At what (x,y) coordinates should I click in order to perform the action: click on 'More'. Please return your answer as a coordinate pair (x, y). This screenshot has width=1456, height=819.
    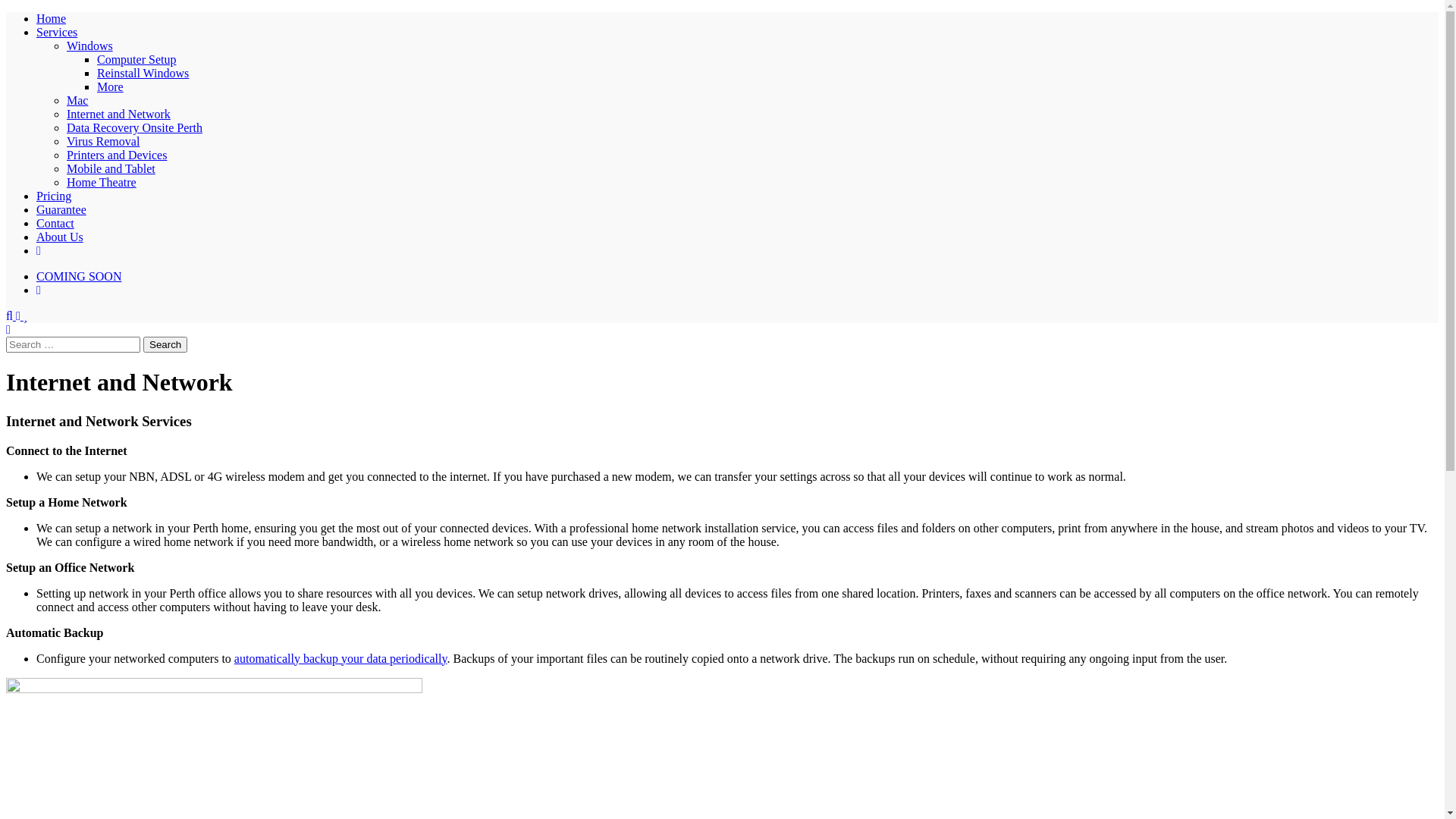
    Looking at the image, I should click on (109, 86).